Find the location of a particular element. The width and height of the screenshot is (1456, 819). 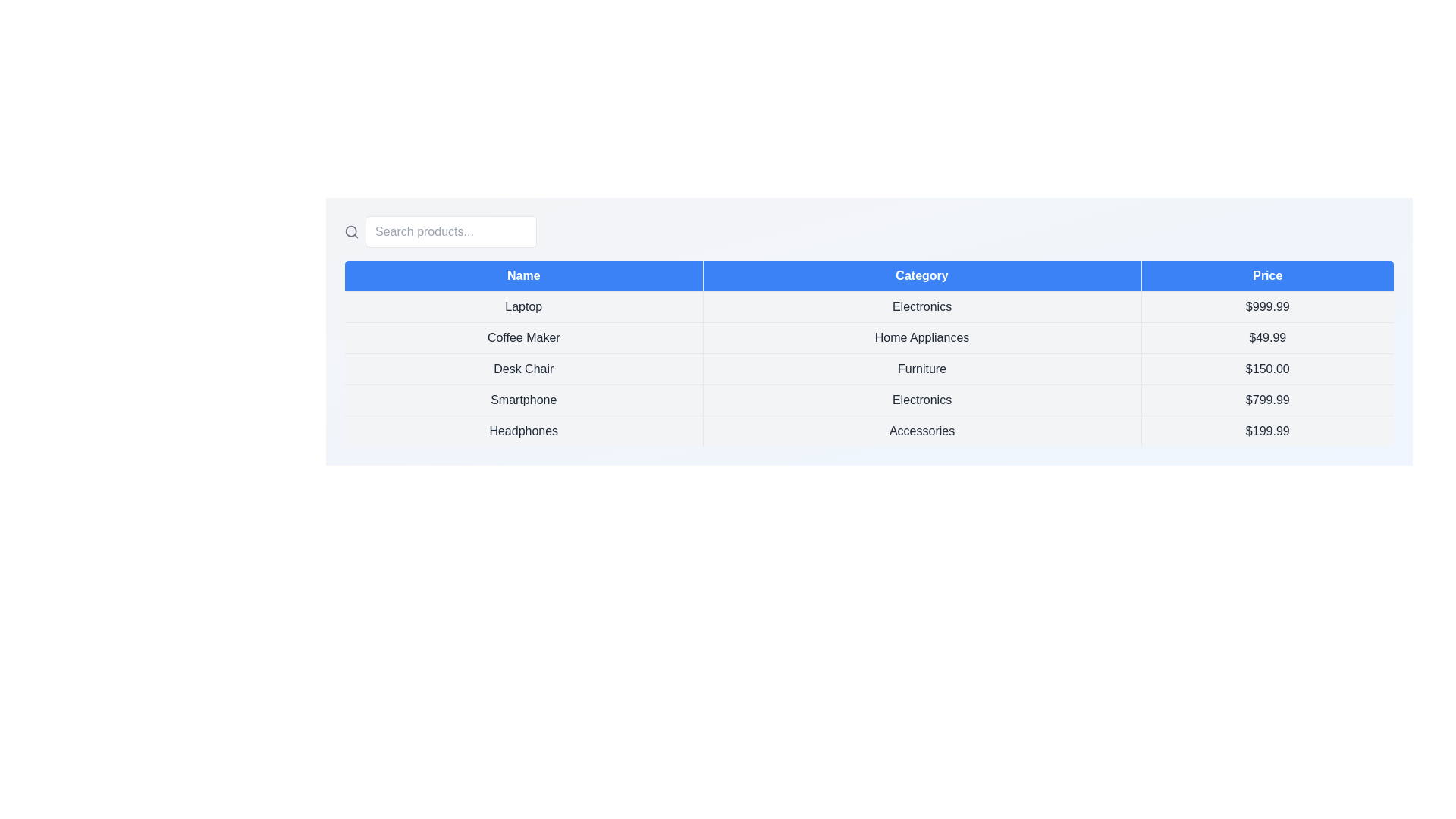

the text block displaying 'Electronics' in the second column of the first data row within a table, which is styled with a center-aligned font and bordered for distinction is located at coordinates (921, 307).